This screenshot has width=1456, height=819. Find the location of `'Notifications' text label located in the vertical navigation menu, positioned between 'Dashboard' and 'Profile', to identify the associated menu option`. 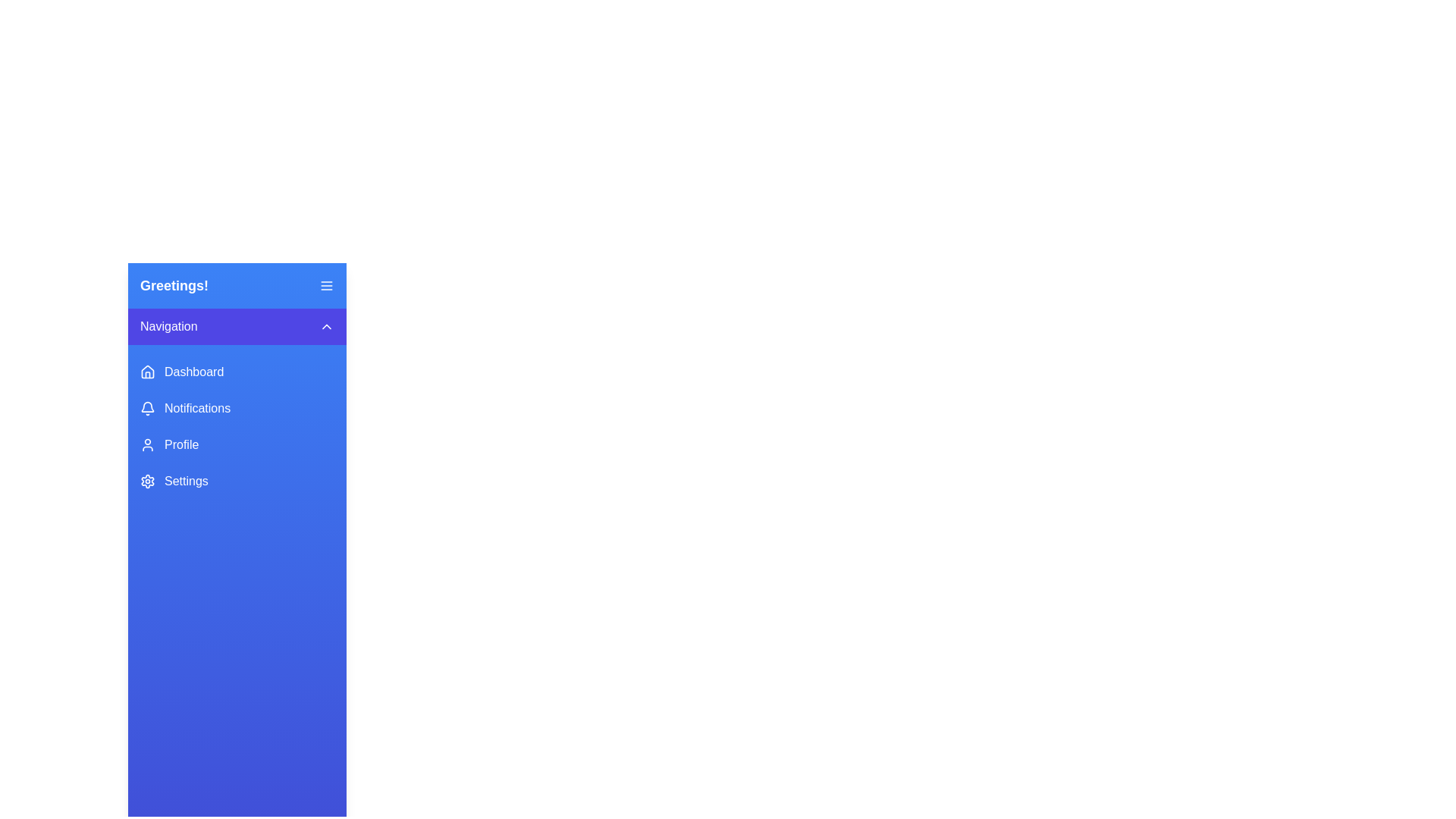

'Notifications' text label located in the vertical navigation menu, positioned between 'Dashboard' and 'Profile', to identify the associated menu option is located at coordinates (196, 408).